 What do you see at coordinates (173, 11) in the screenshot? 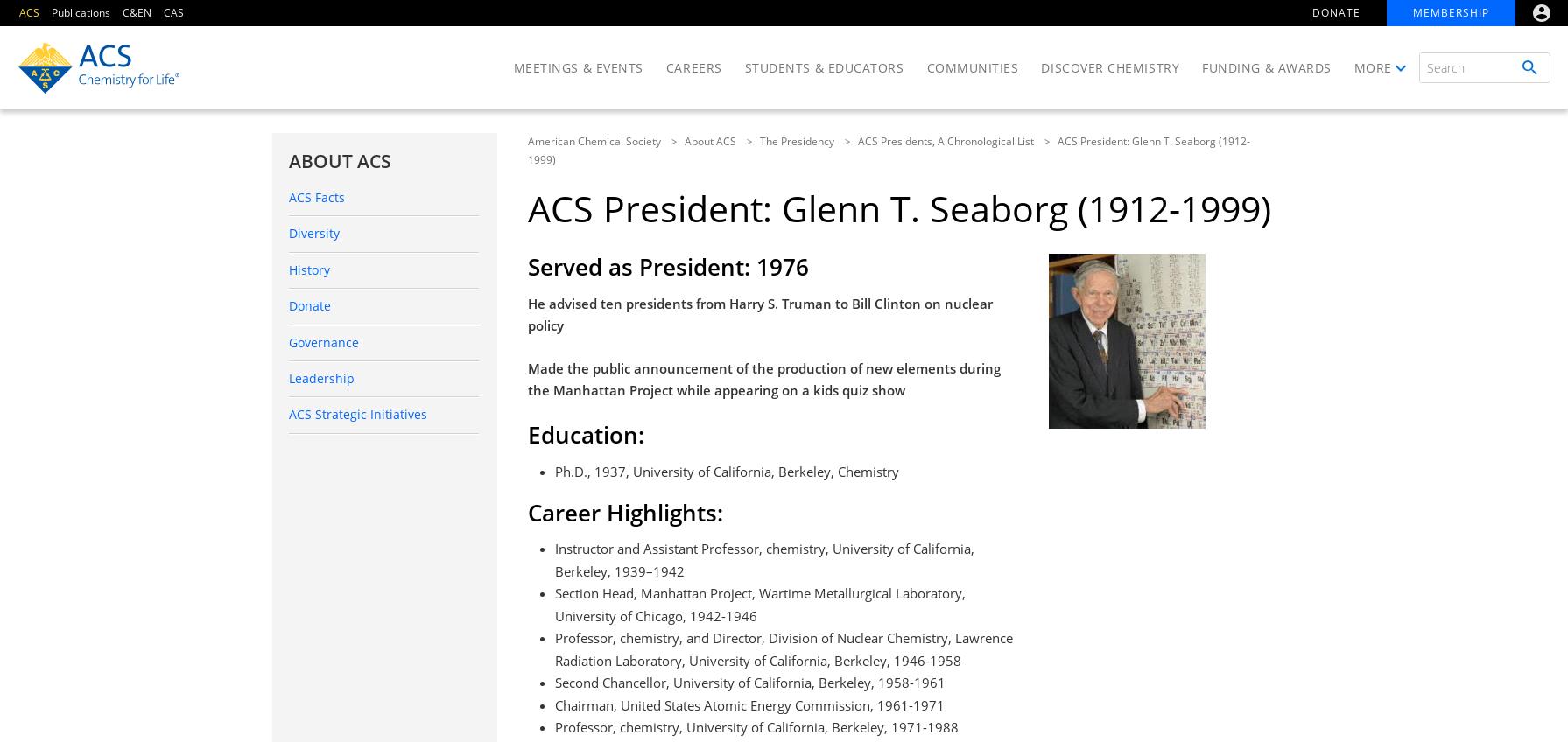
I see `'CAS'` at bounding box center [173, 11].